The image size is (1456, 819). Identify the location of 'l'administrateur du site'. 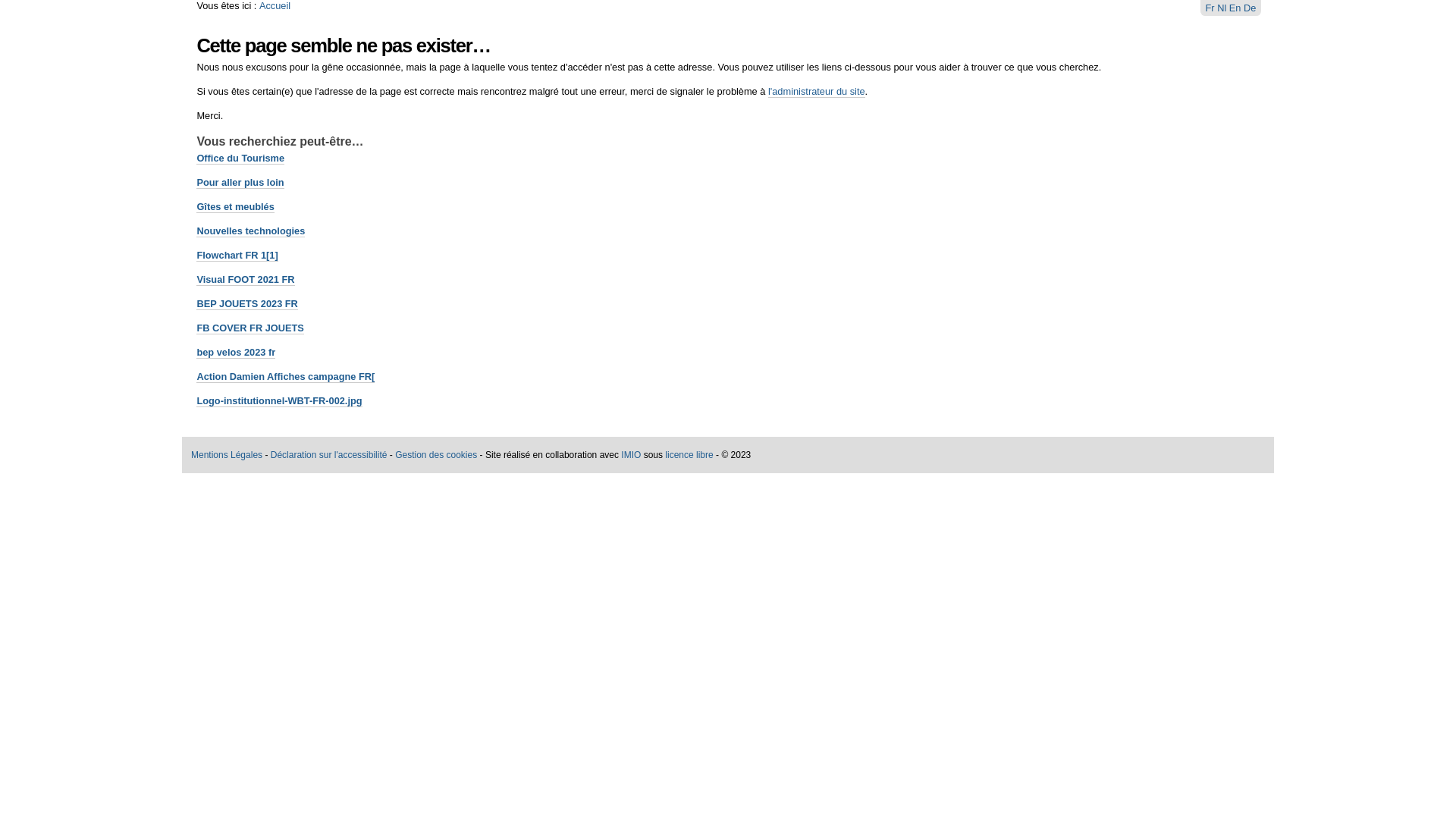
(815, 91).